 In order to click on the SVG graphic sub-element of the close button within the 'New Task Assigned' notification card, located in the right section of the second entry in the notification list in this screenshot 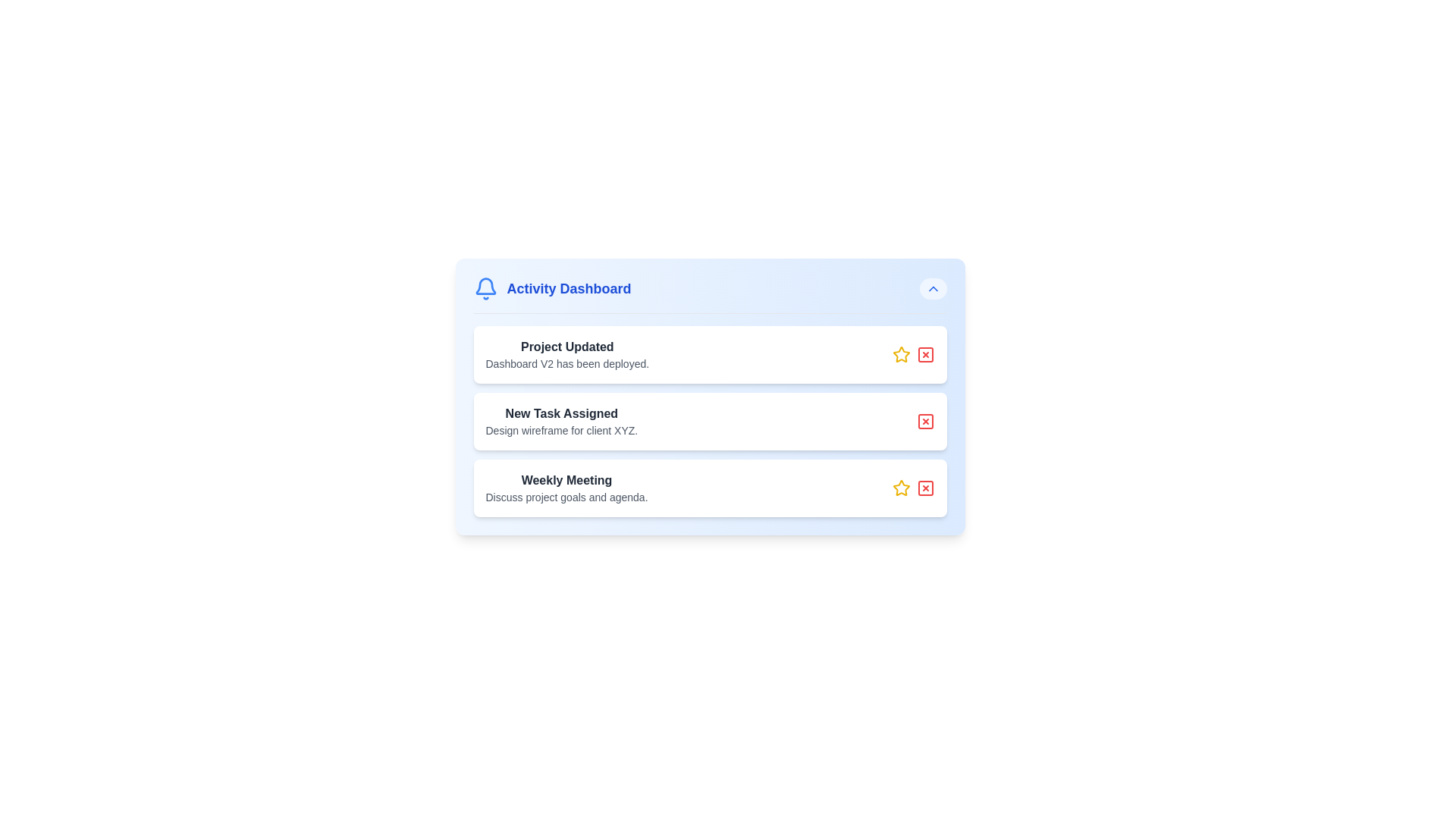, I will do `click(924, 421)`.